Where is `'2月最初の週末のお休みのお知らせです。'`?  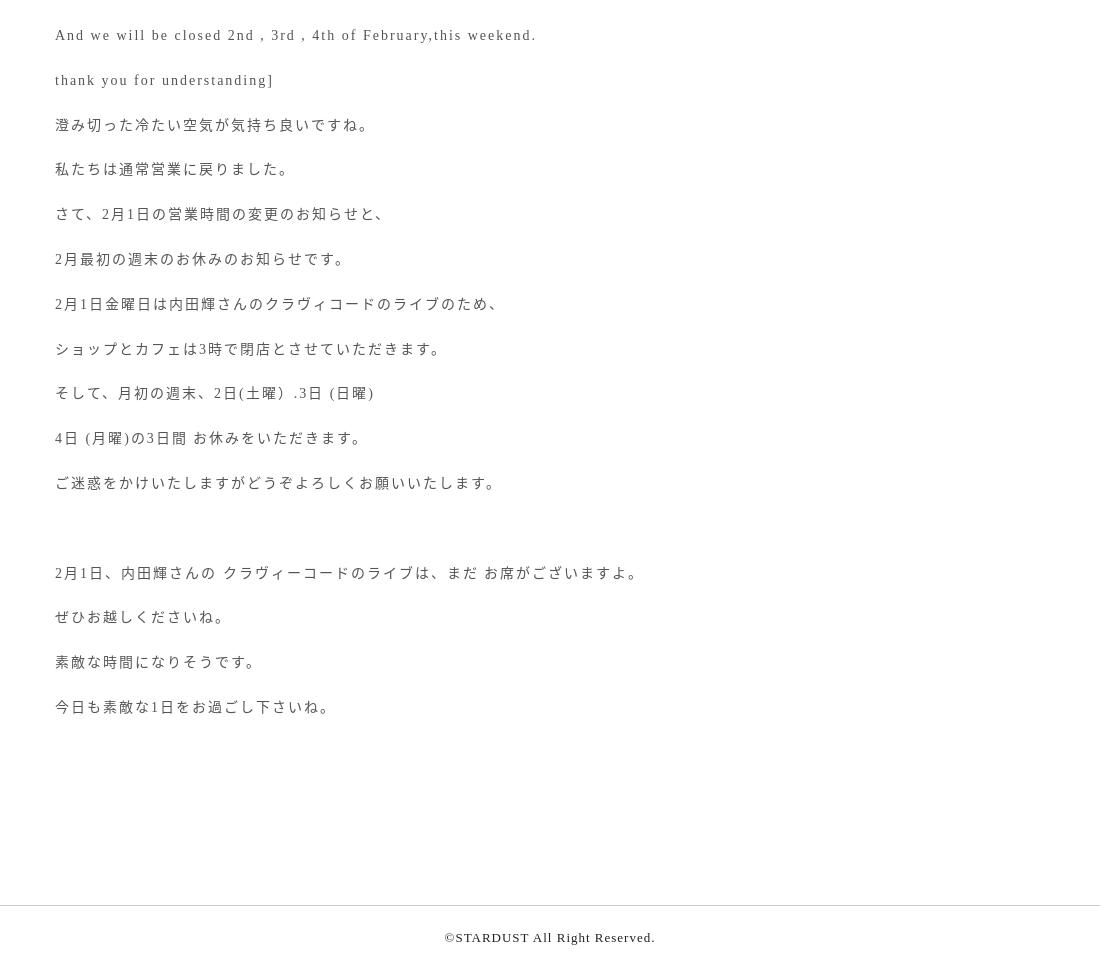
'2月最初の週末のお休みのお知らせです。' is located at coordinates (201, 258).